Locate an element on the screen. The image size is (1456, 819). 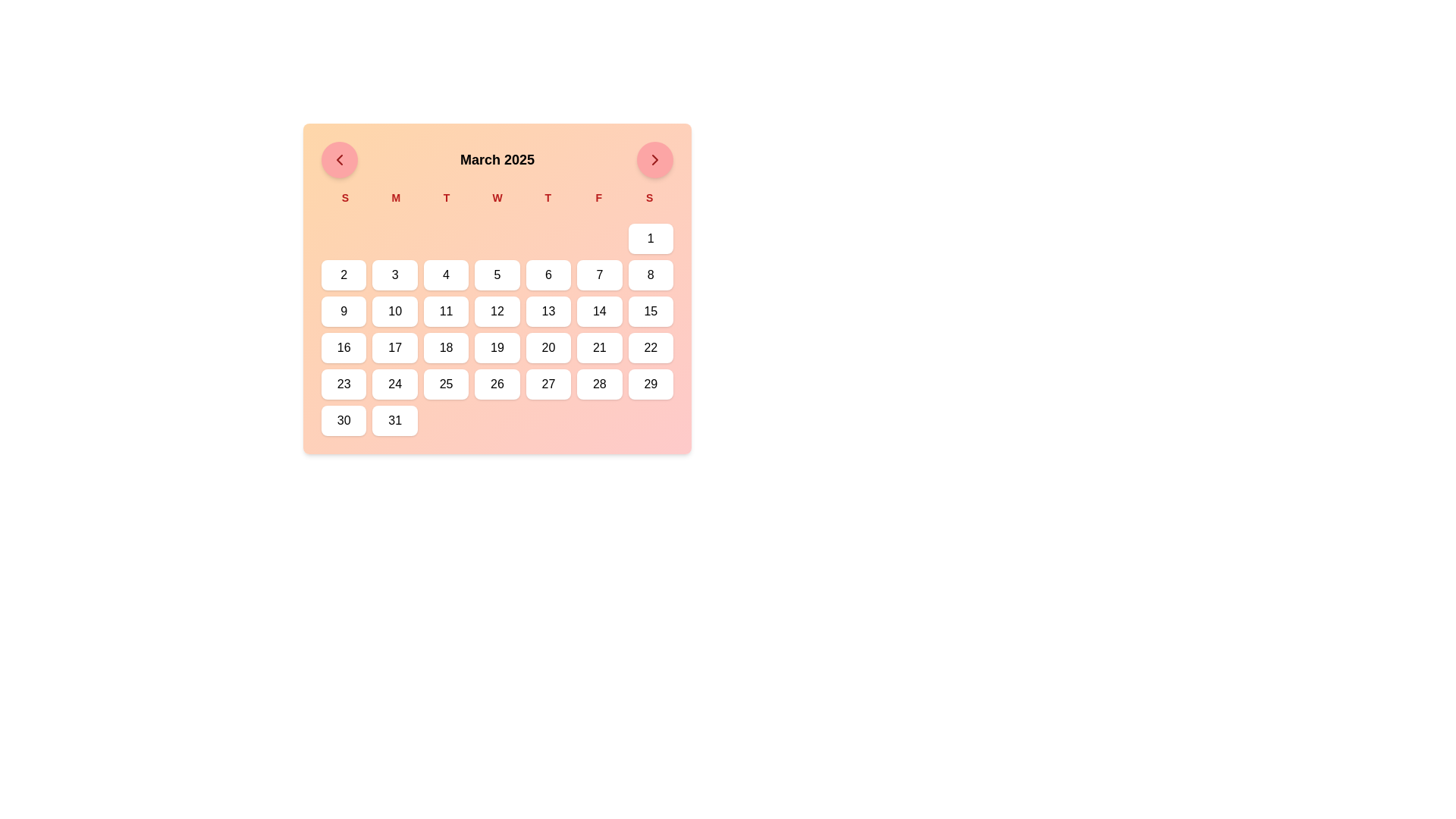
the rectangular button with rounded edges displaying the number '1' to trigger a hover effect is located at coordinates (651, 239).